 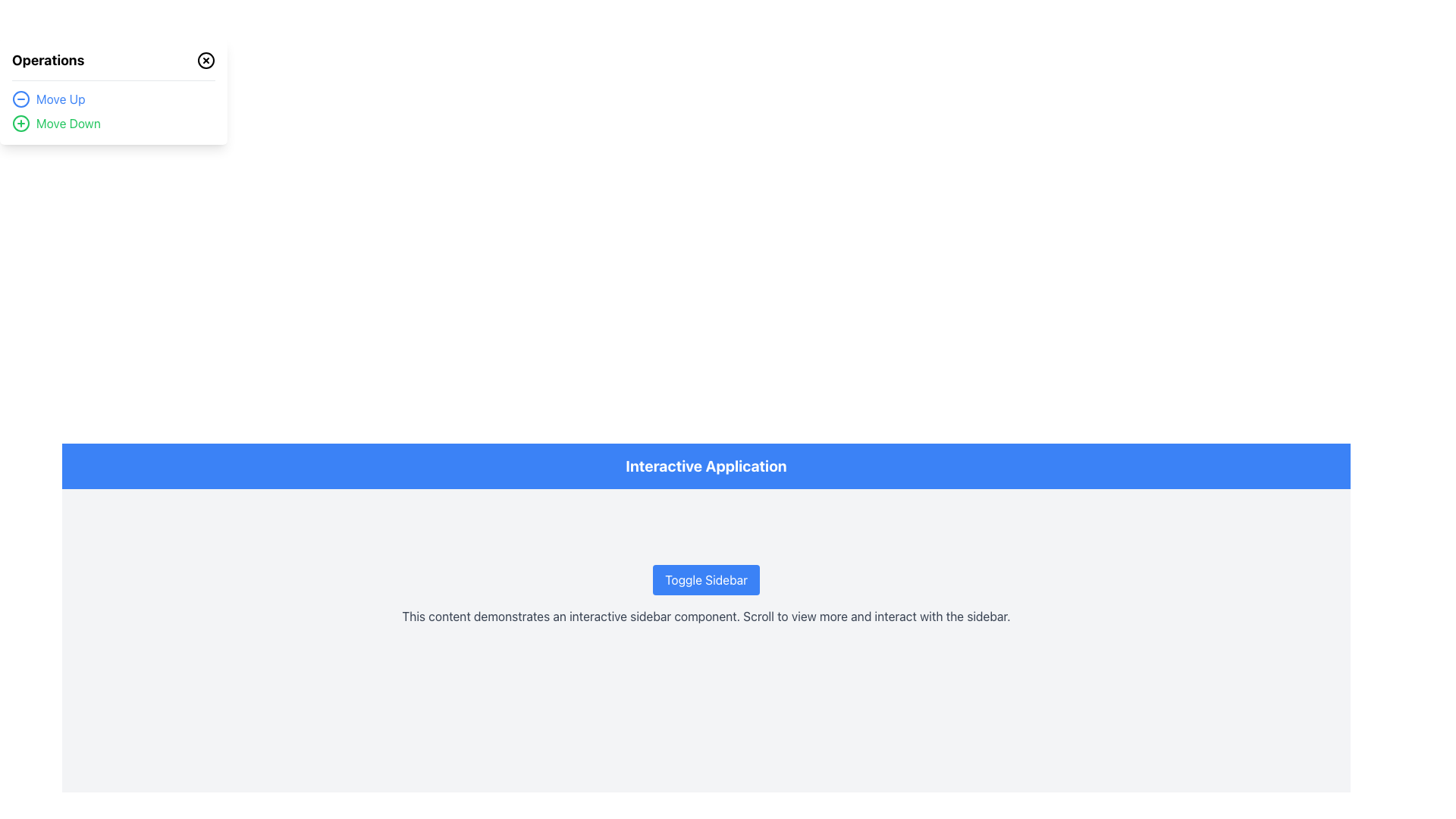 What do you see at coordinates (705, 579) in the screenshot?
I see `the toggle button located near the center of the lower section of the interface to darken its color` at bounding box center [705, 579].